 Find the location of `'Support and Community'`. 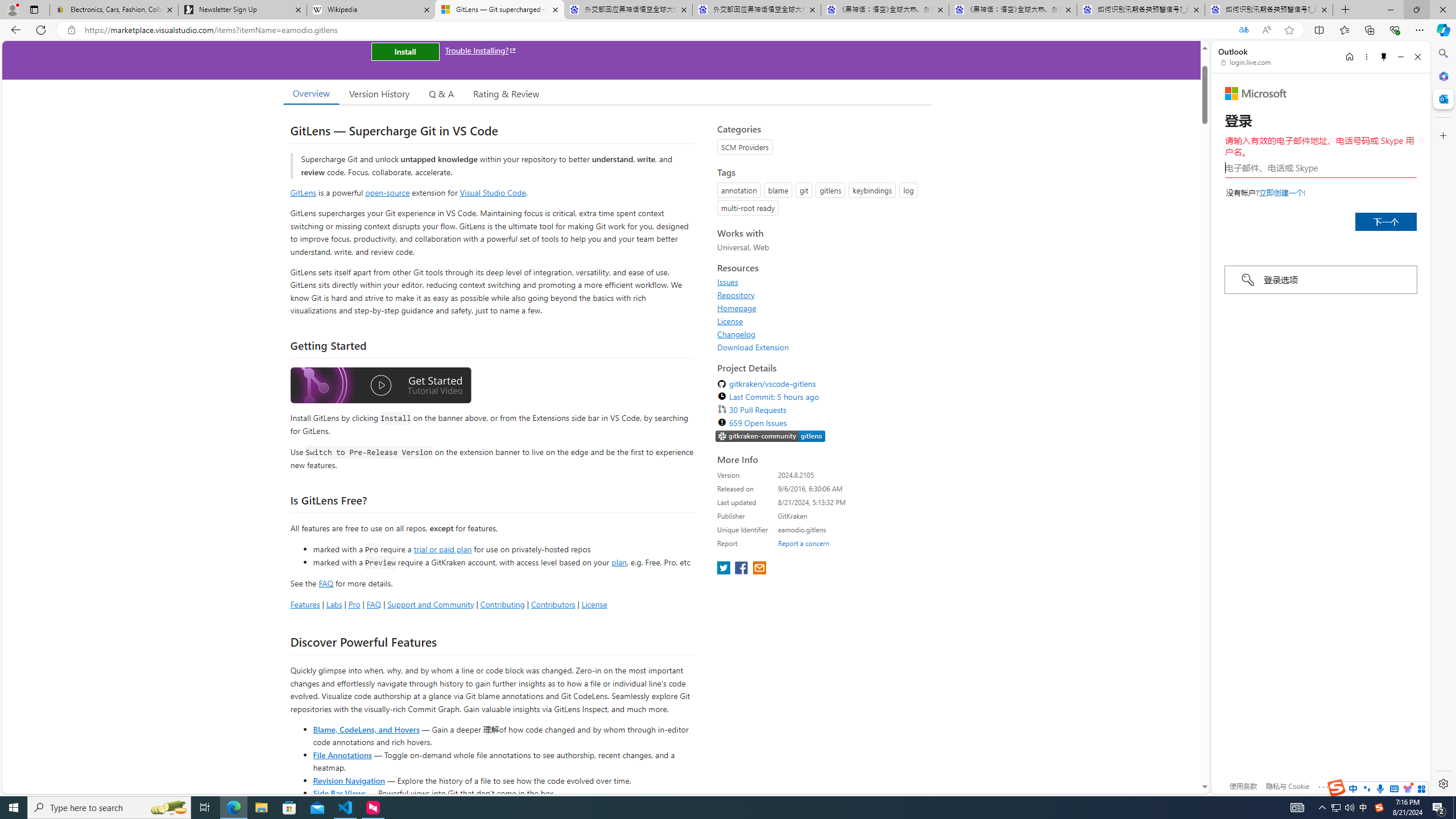

'Support and Community' is located at coordinates (431, 603).